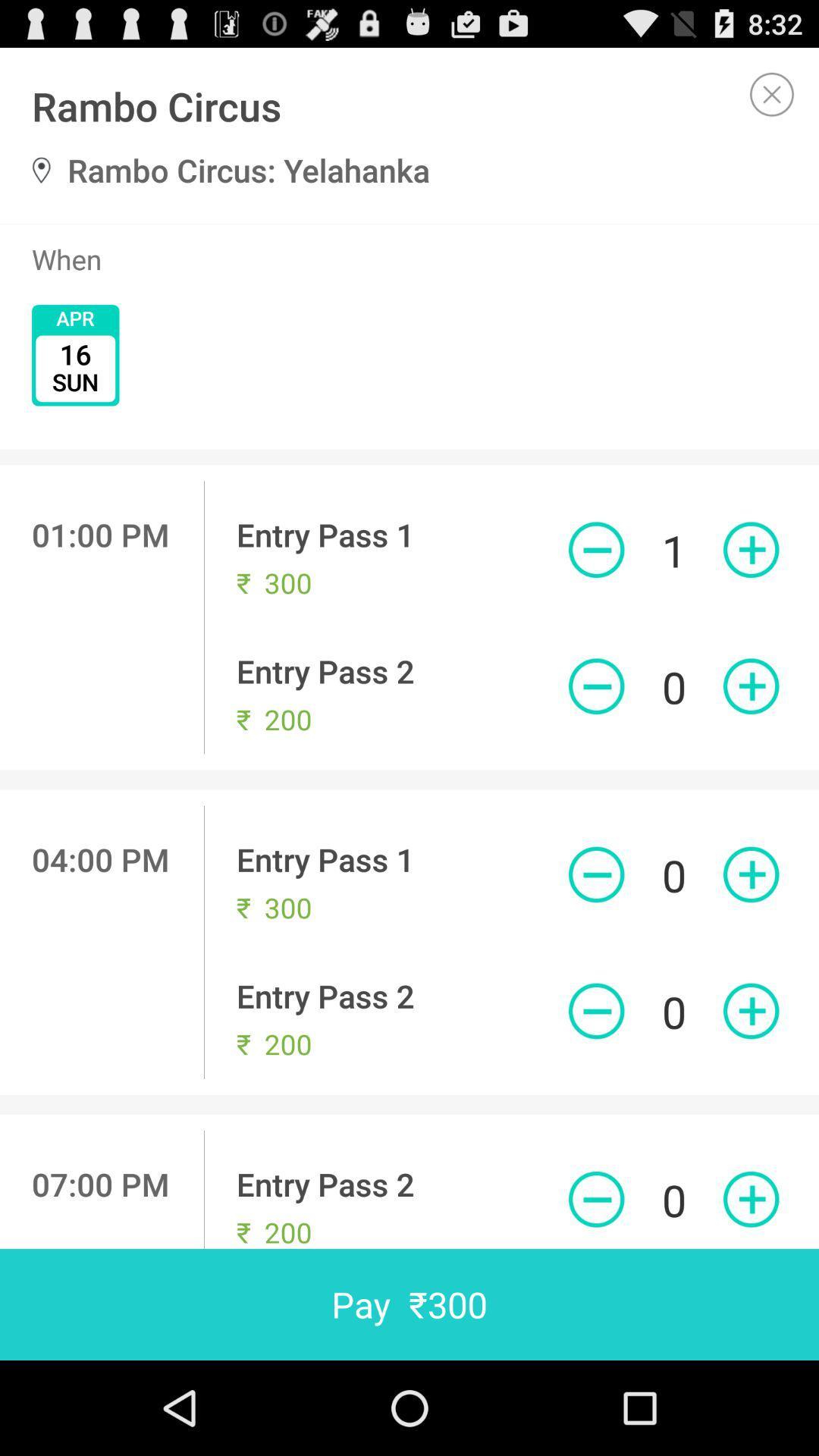  I want to click on another entry pass, so click(751, 549).